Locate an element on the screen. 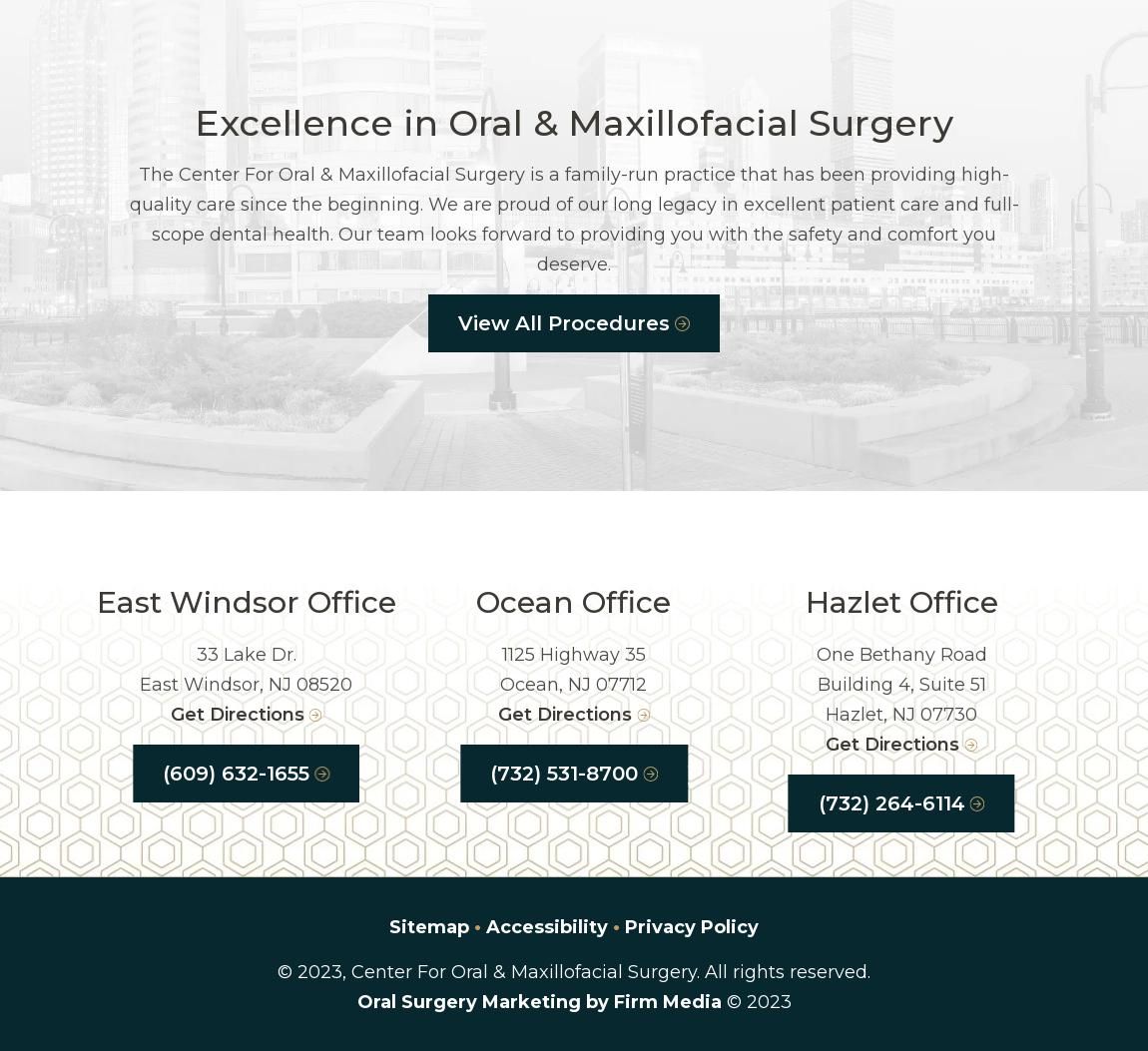  '© 2023' is located at coordinates (755, 1002).